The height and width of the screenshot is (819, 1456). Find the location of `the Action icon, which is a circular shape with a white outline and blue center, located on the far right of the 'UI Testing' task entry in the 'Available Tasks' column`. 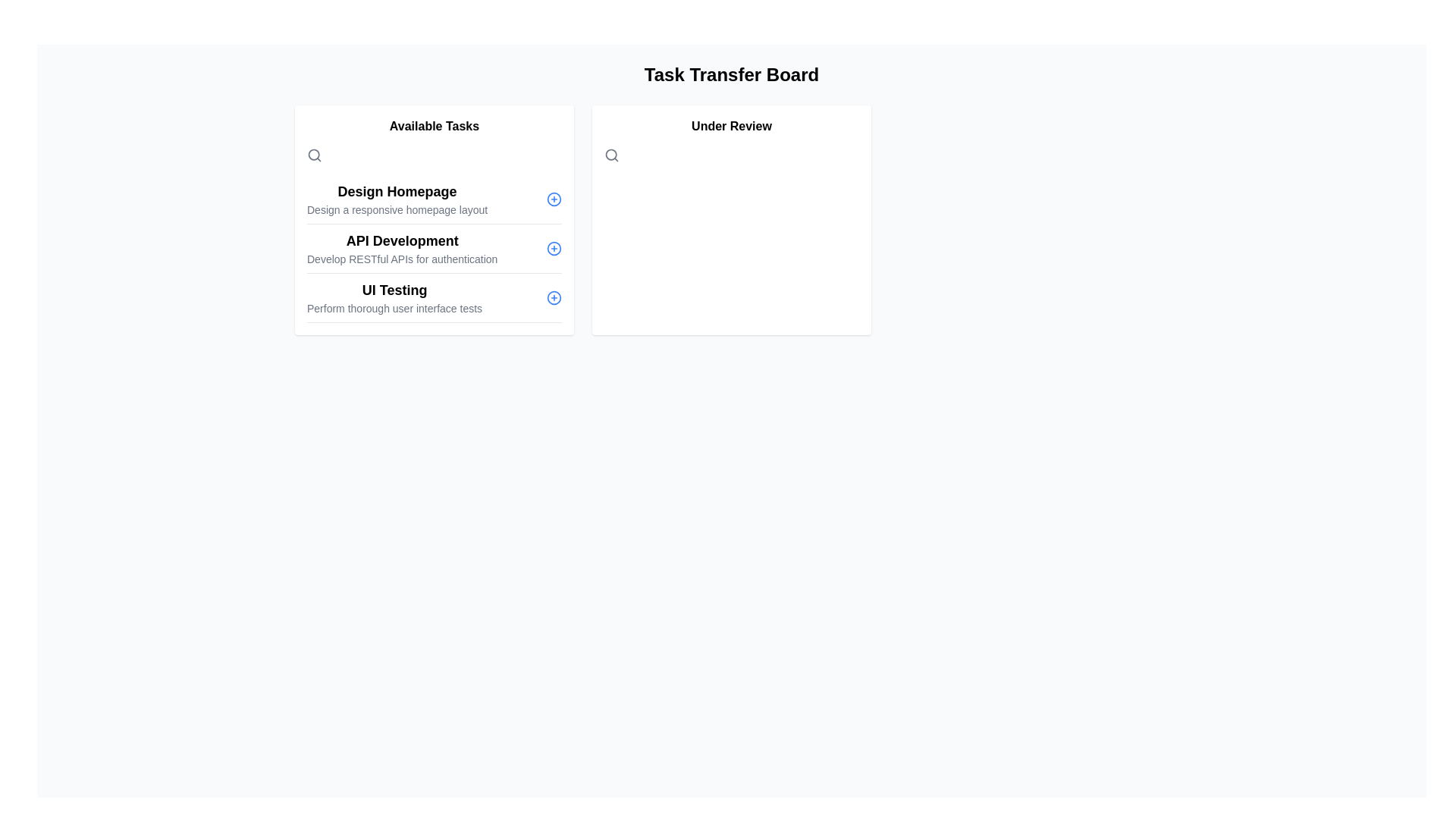

the Action icon, which is a circular shape with a white outline and blue center, located on the far right of the 'UI Testing' task entry in the 'Available Tasks' column is located at coordinates (553, 298).